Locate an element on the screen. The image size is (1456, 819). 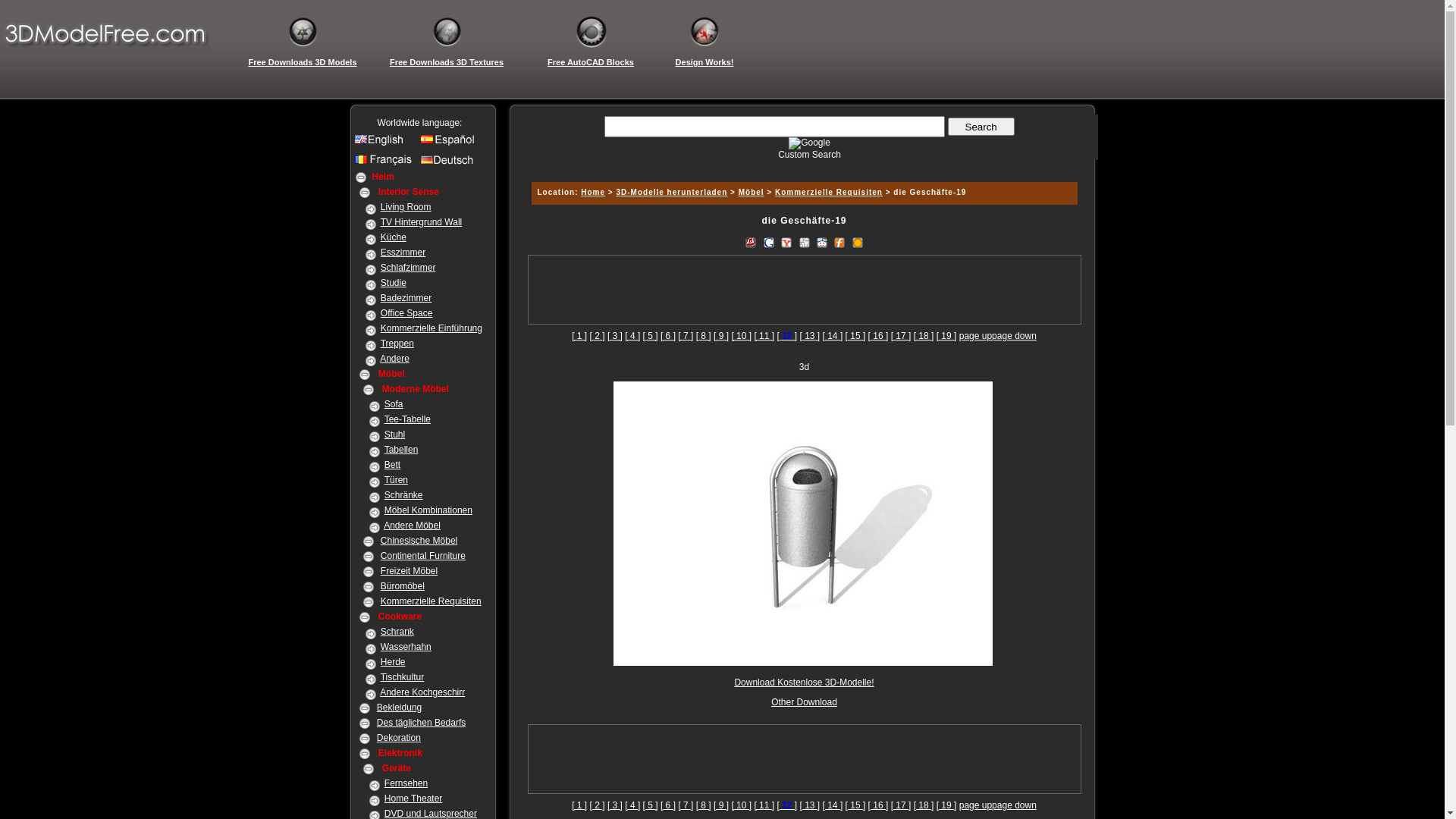
'[ 17 ]' is located at coordinates (901, 804).